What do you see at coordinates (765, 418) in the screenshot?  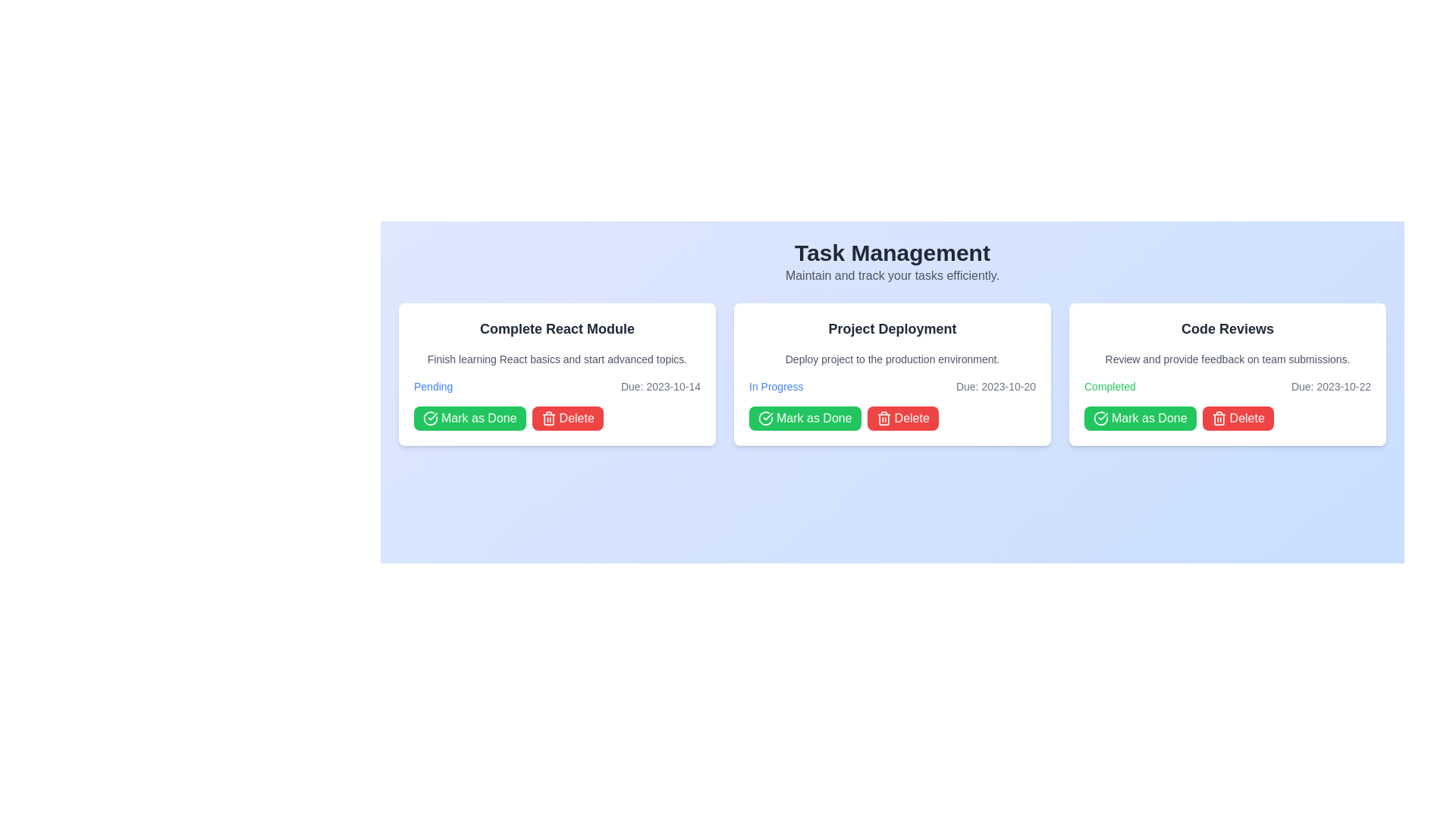 I see `the completion icon within the 'Mark as Done' button in the 'Project Deployment' task card for additional visual feedback` at bounding box center [765, 418].